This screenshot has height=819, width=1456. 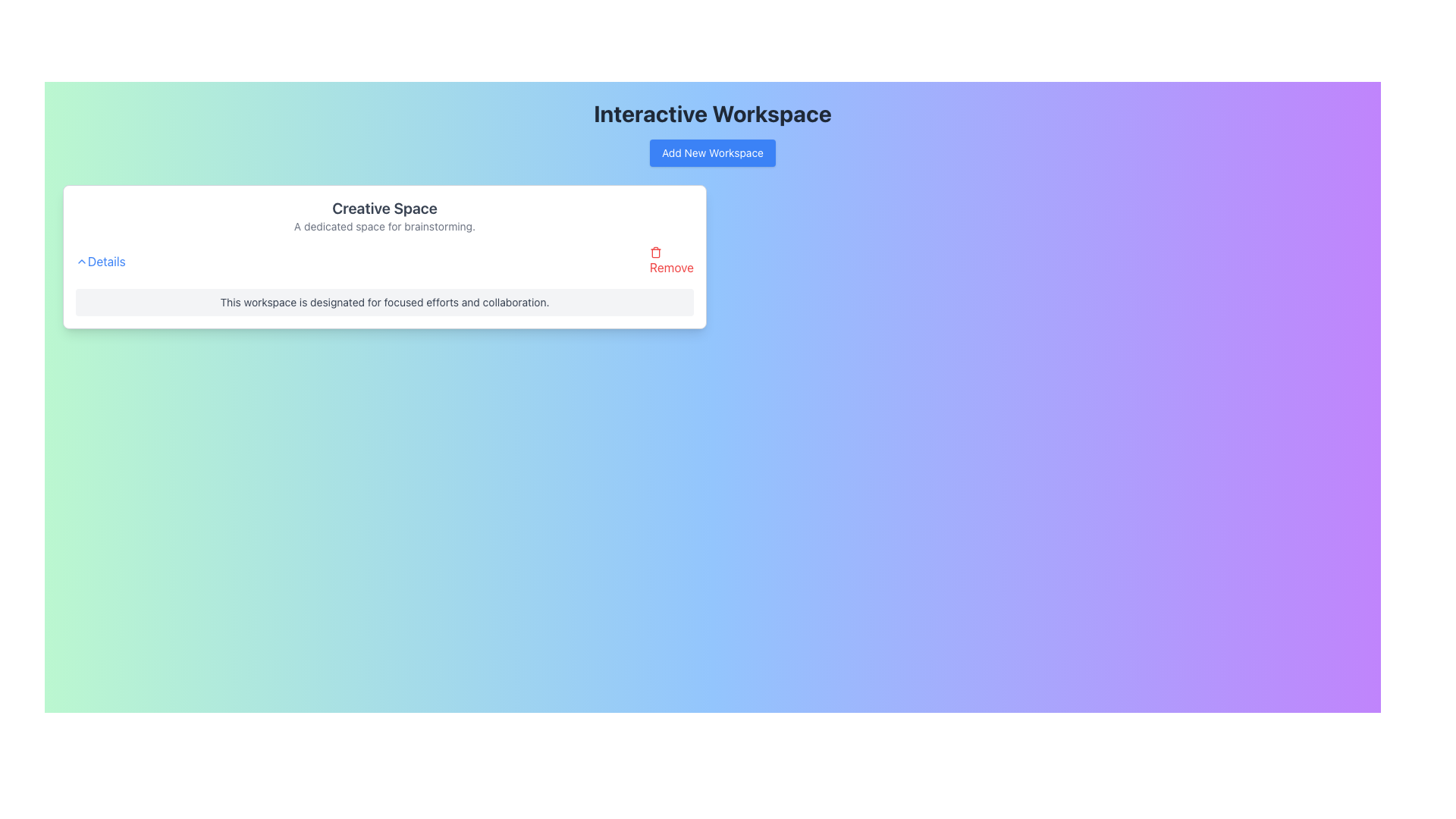 I want to click on the small upward-pointing chevron arrow icon located immediately left of the word 'Details' in the top-left corner of the card containing 'Creative Space' information, so click(x=81, y=260).